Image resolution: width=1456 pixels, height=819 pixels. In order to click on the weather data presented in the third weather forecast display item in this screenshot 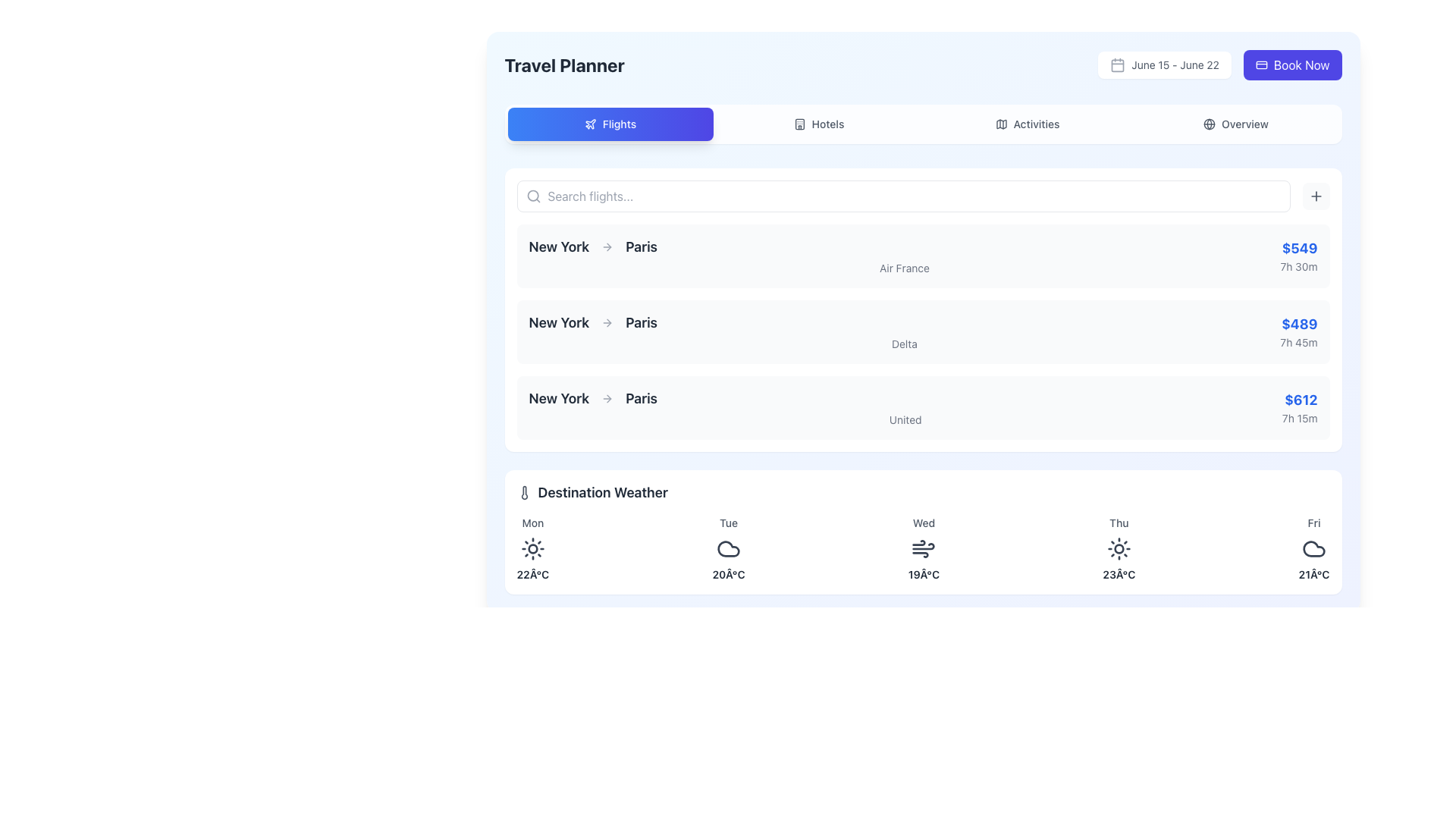, I will do `click(923, 549)`.